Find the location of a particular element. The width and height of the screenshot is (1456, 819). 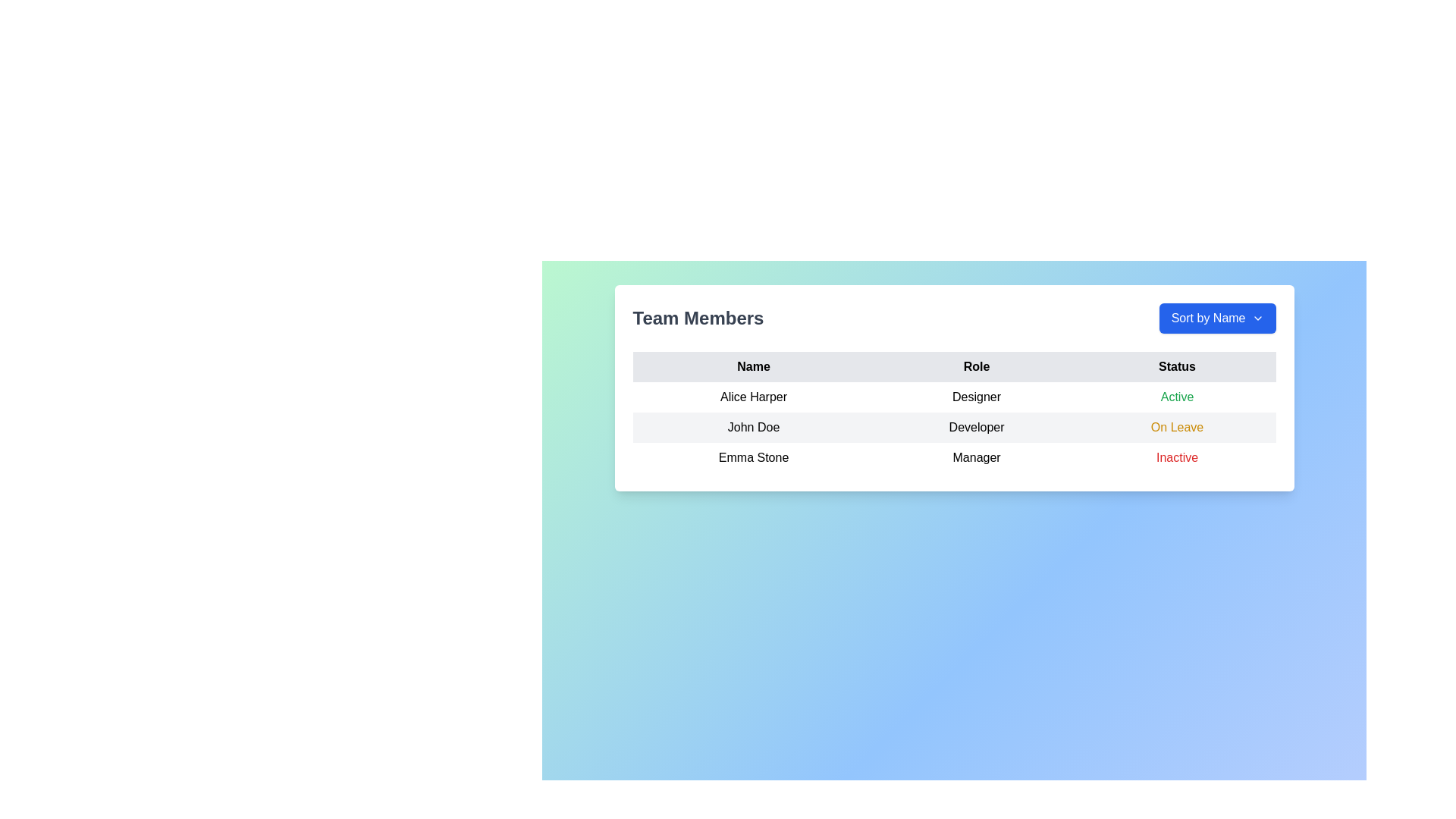

text content of the 'Manager' label located in the 'Role' column of the 'Team Members' table, which is positioned in the third row, adjacent to 'Emma Stone' and 'Inactive' is located at coordinates (977, 457).